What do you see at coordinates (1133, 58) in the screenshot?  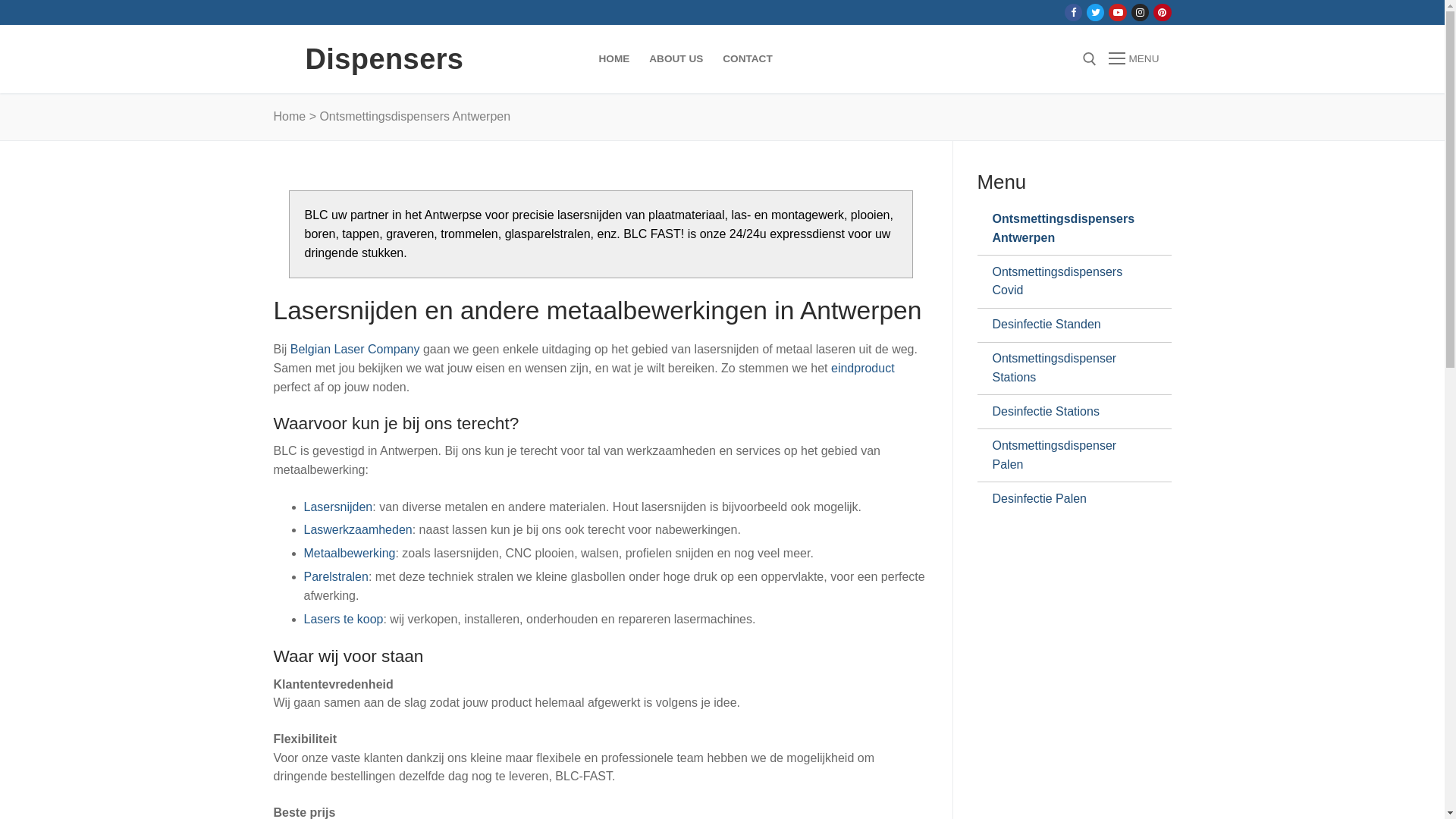 I see `'MENU'` at bounding box center [1133, 58].